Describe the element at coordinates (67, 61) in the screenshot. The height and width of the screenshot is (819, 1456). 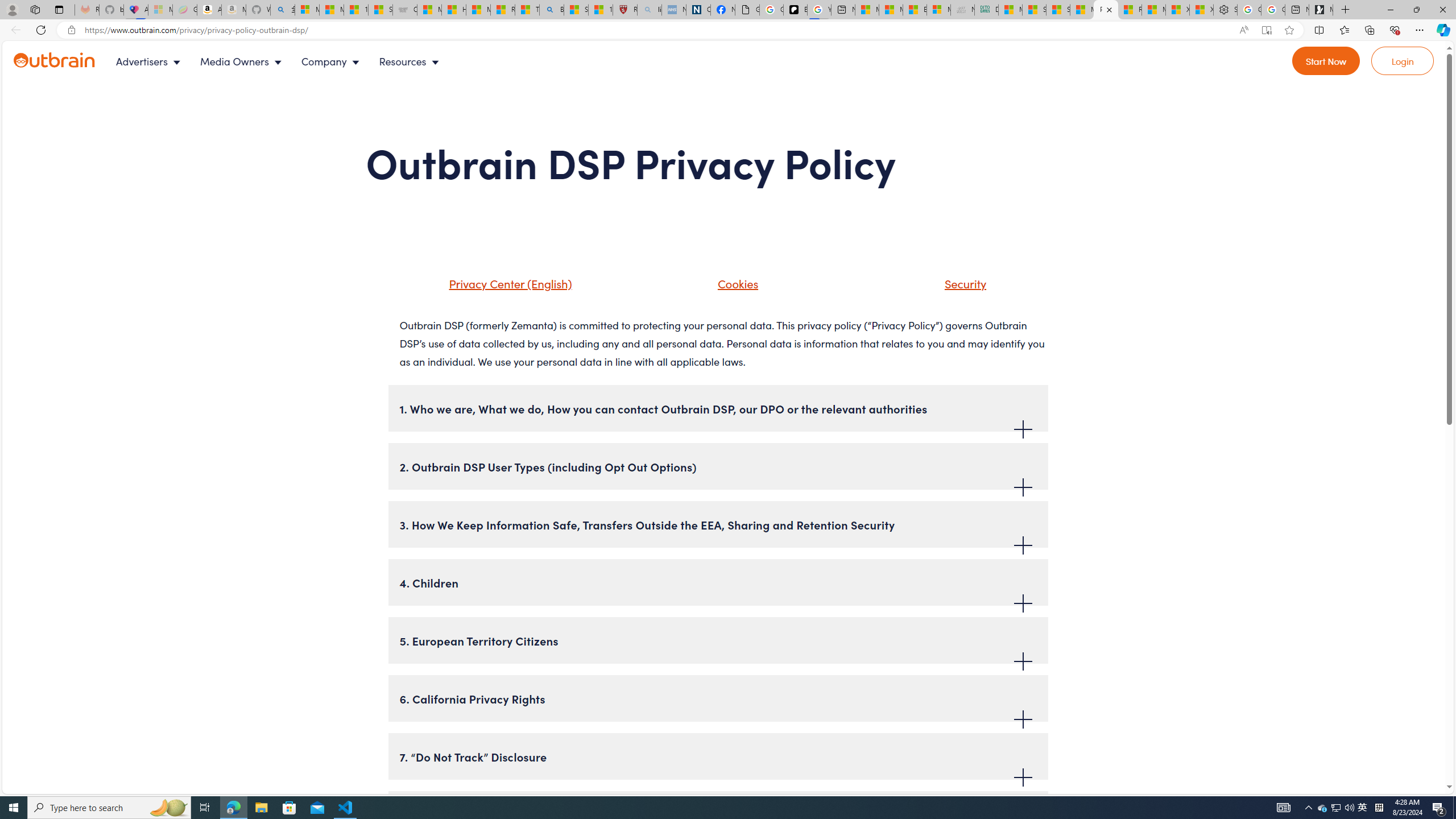
I see `'Outbrain logo - link to homepage'` at that location.